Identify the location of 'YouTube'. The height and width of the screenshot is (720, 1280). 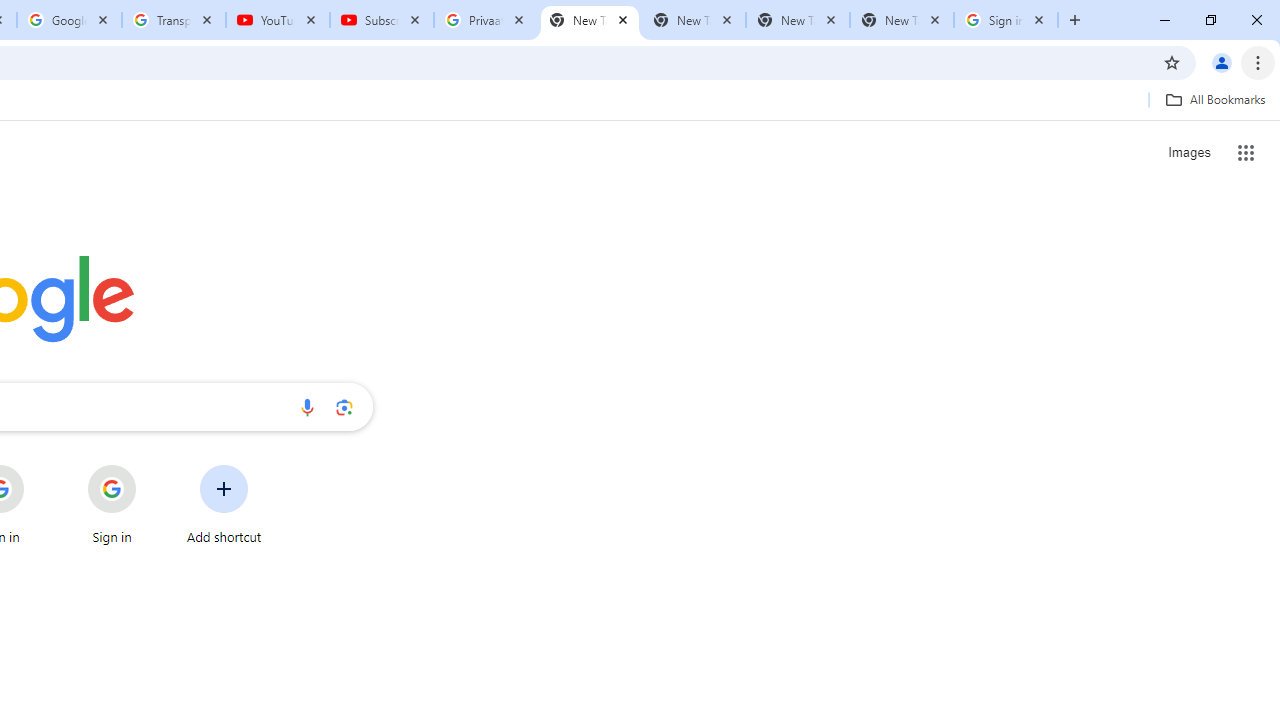
(277, 20).